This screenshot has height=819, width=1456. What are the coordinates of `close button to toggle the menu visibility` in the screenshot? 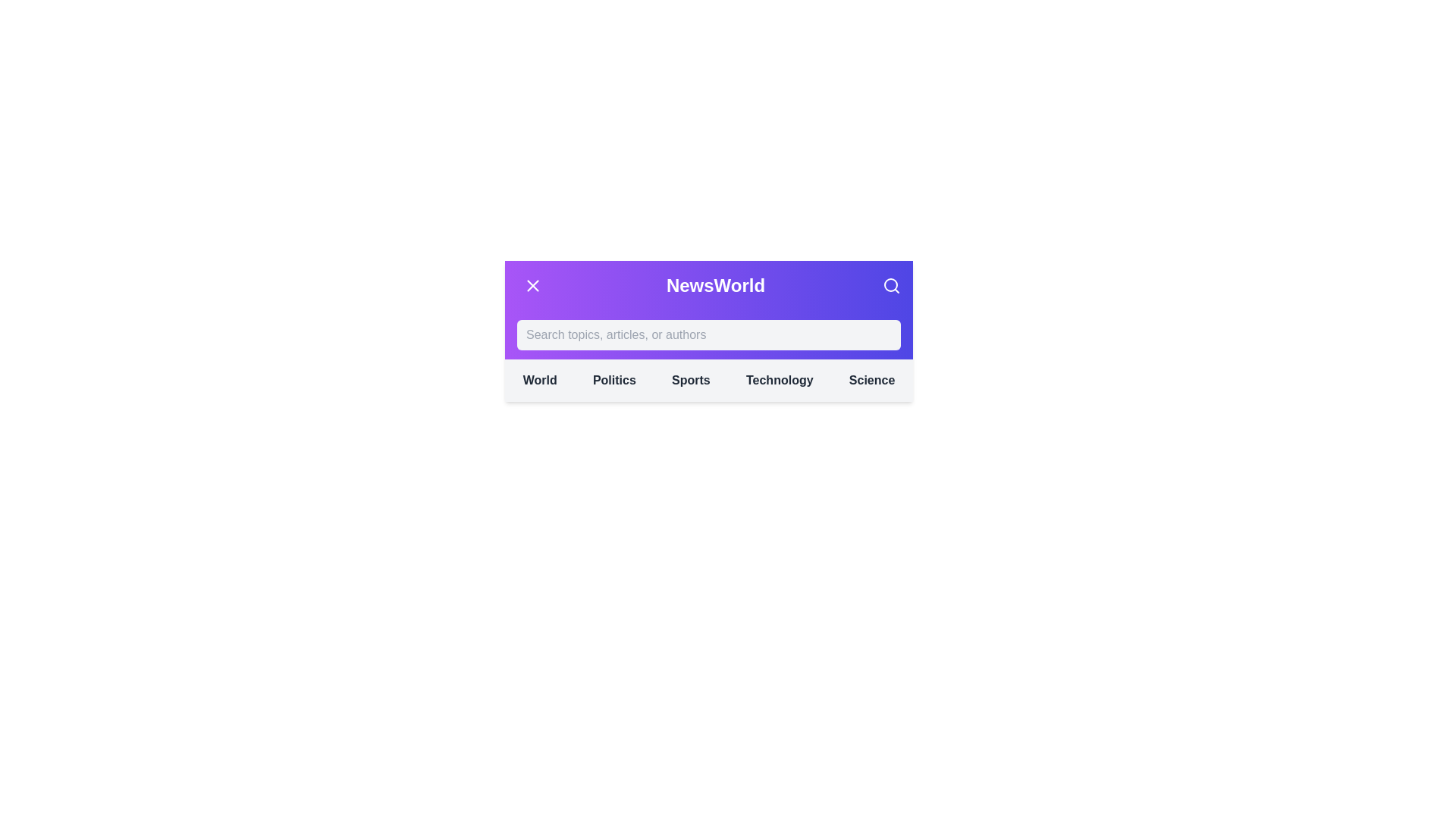 It's located at (532, 286).